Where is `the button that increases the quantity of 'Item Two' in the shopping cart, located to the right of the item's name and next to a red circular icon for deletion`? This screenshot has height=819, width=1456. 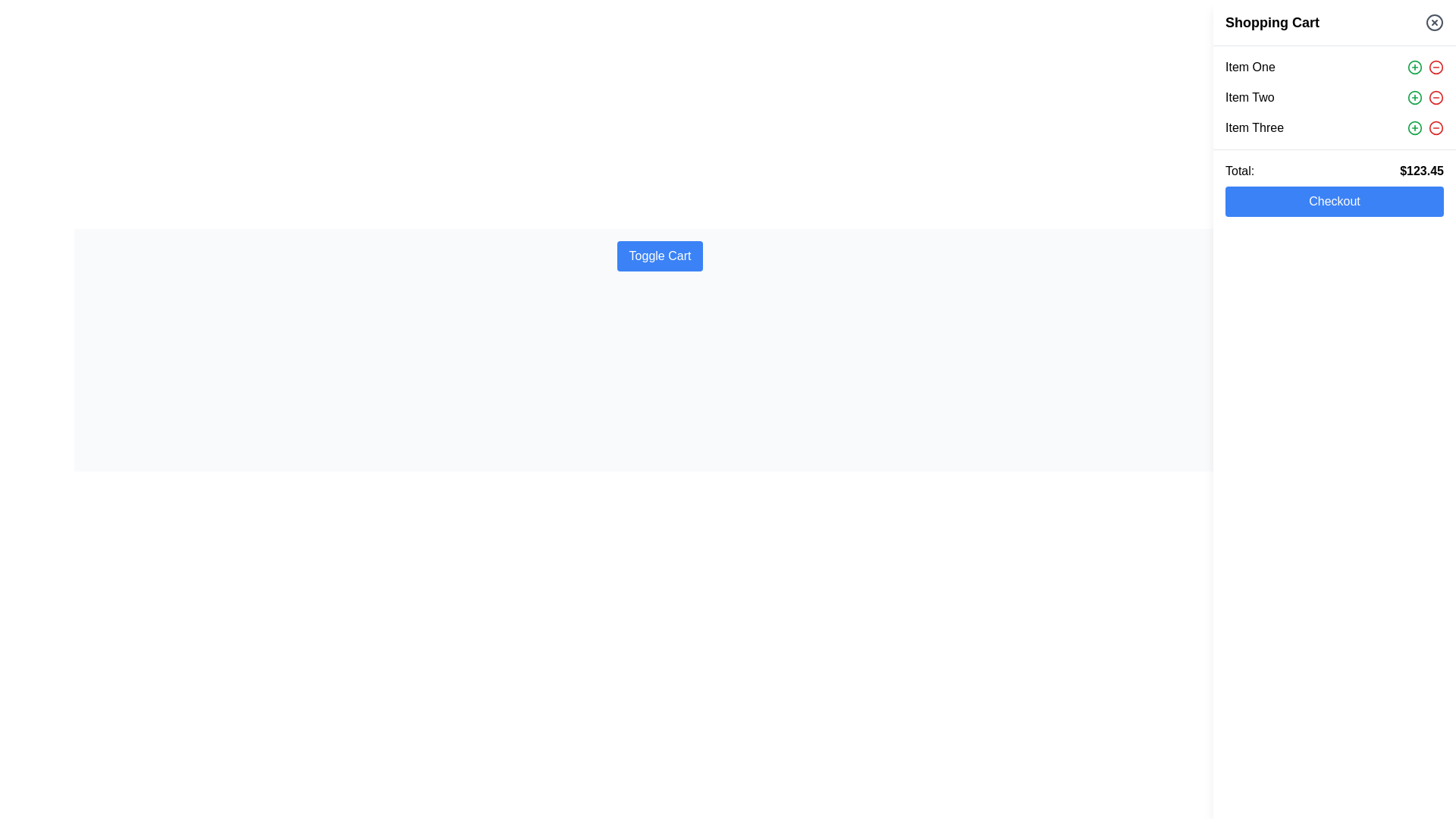 the button that increases the quantity of 'Item Two' in the shopping cart, located to the right of the item's name and next to a red circular icon for deletion is located at coordinates (1414, 97).